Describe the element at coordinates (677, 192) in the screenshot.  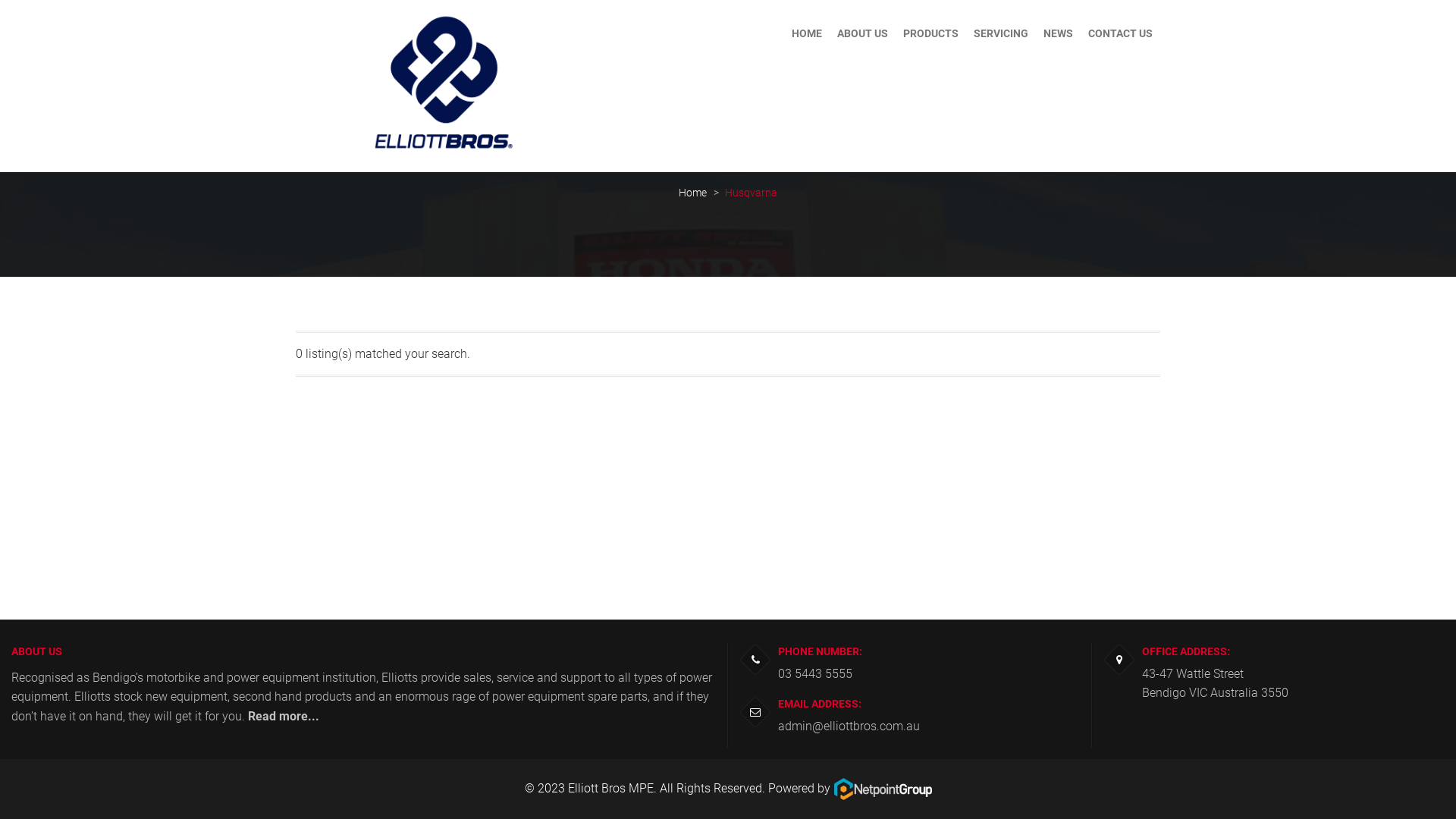
I see `'Home'` at that location.